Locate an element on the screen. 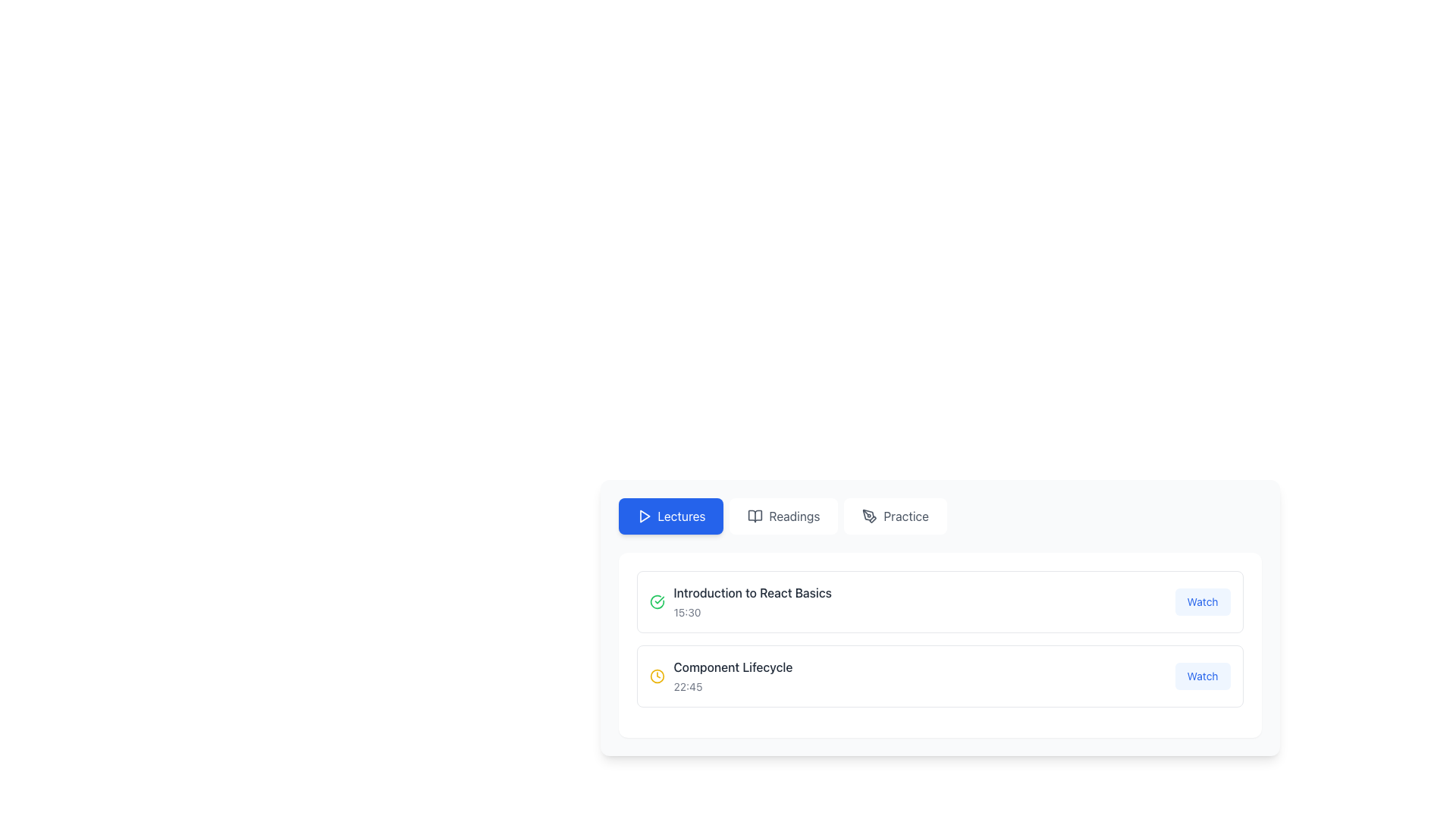 The width and height of the screenshot is (1456, 819). the 'Component Lifecycle' display element, which includes the text 'Component Lifecycle' and '22:45' with an orange clock icon, by performing a left click is located at coordinates (720, 675).